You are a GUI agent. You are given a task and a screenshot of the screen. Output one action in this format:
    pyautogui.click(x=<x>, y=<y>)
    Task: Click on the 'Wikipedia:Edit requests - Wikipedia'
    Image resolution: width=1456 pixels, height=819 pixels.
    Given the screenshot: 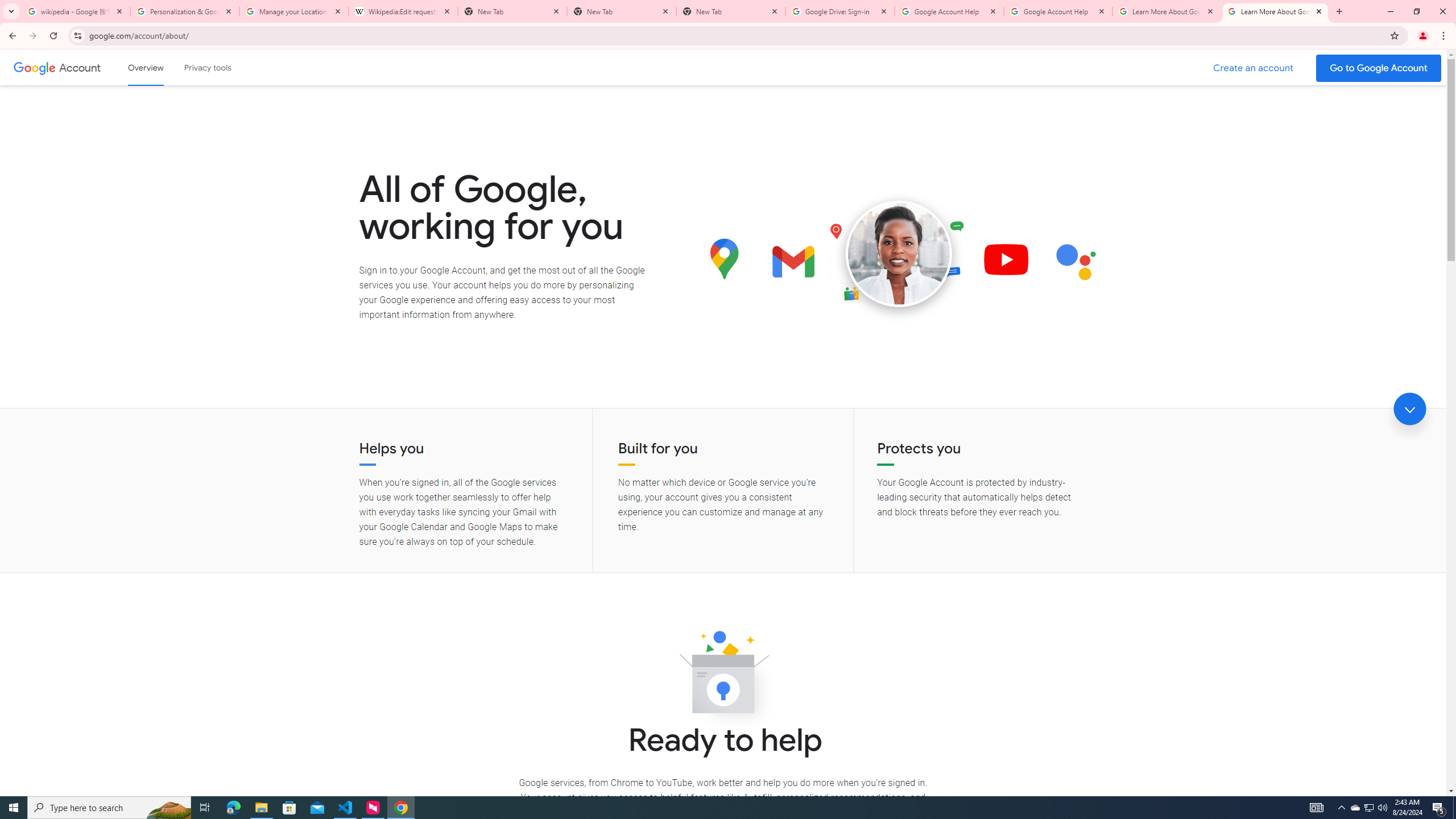 What is the action you would take?
    pyautogui.click(x=403, y=11)
    